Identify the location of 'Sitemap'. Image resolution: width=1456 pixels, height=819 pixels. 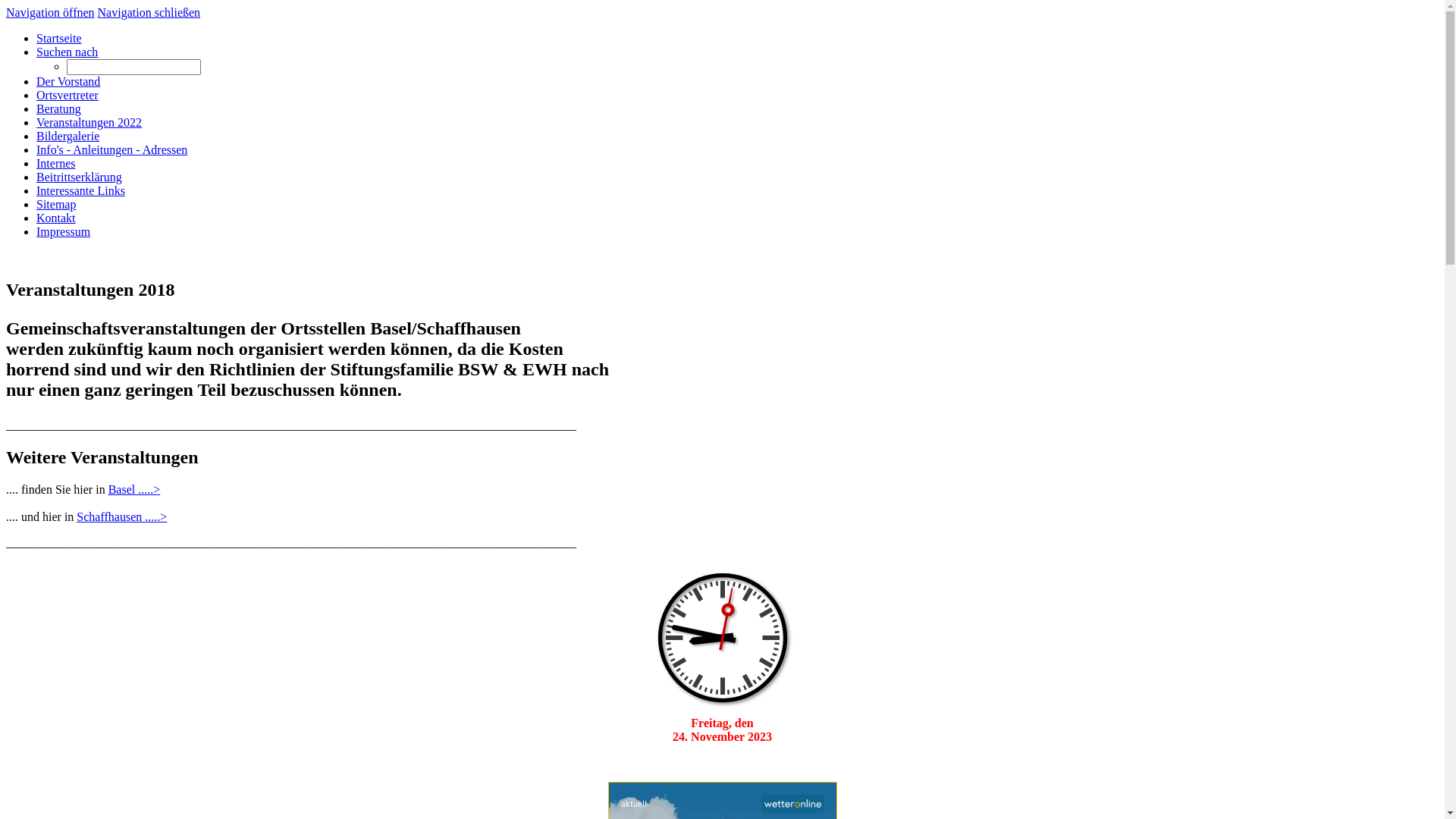
(55, 203).